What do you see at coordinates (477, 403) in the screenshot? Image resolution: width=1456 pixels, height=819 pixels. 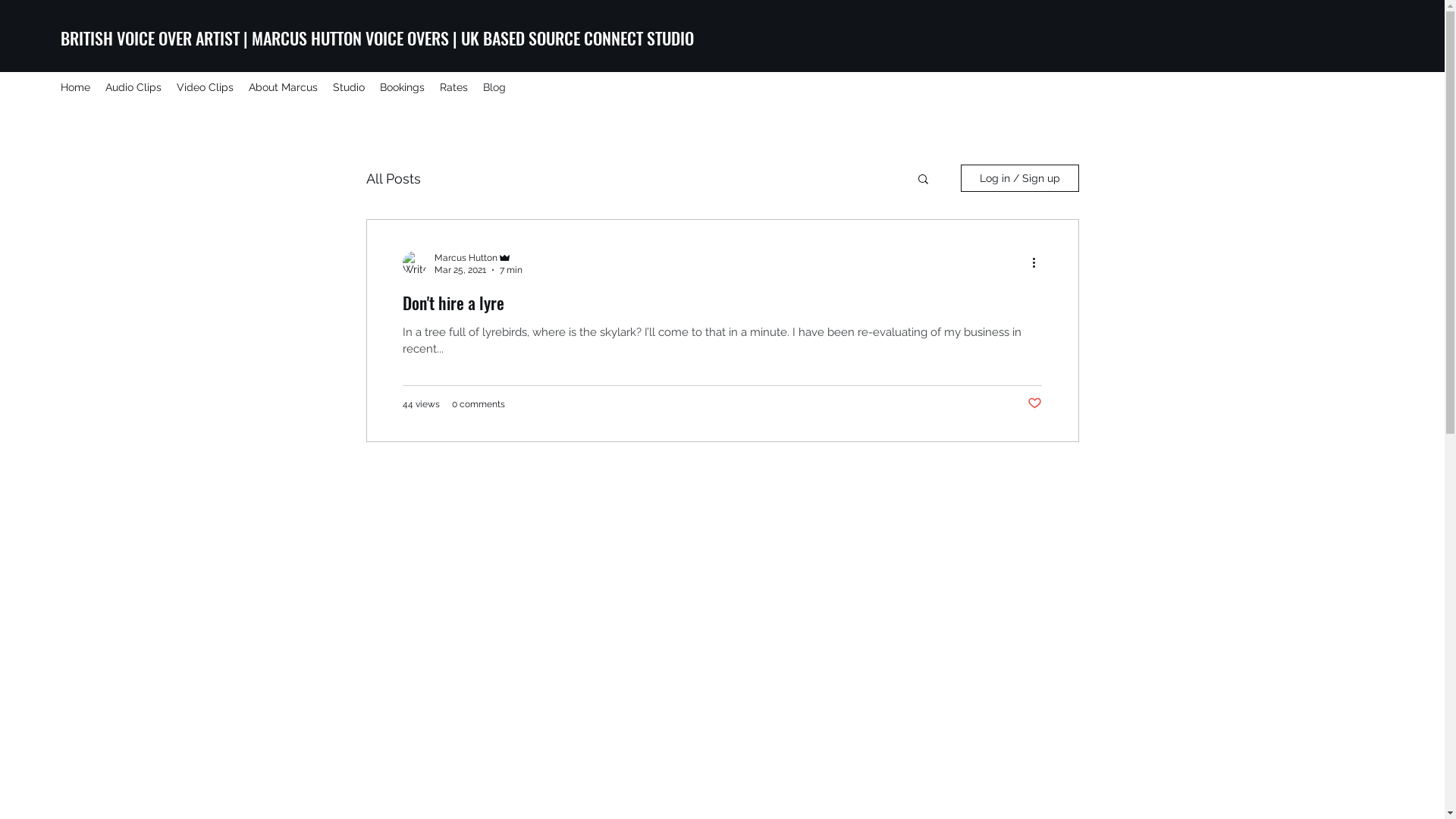 I see `'0 comments'` at bounding box center [477, 403].